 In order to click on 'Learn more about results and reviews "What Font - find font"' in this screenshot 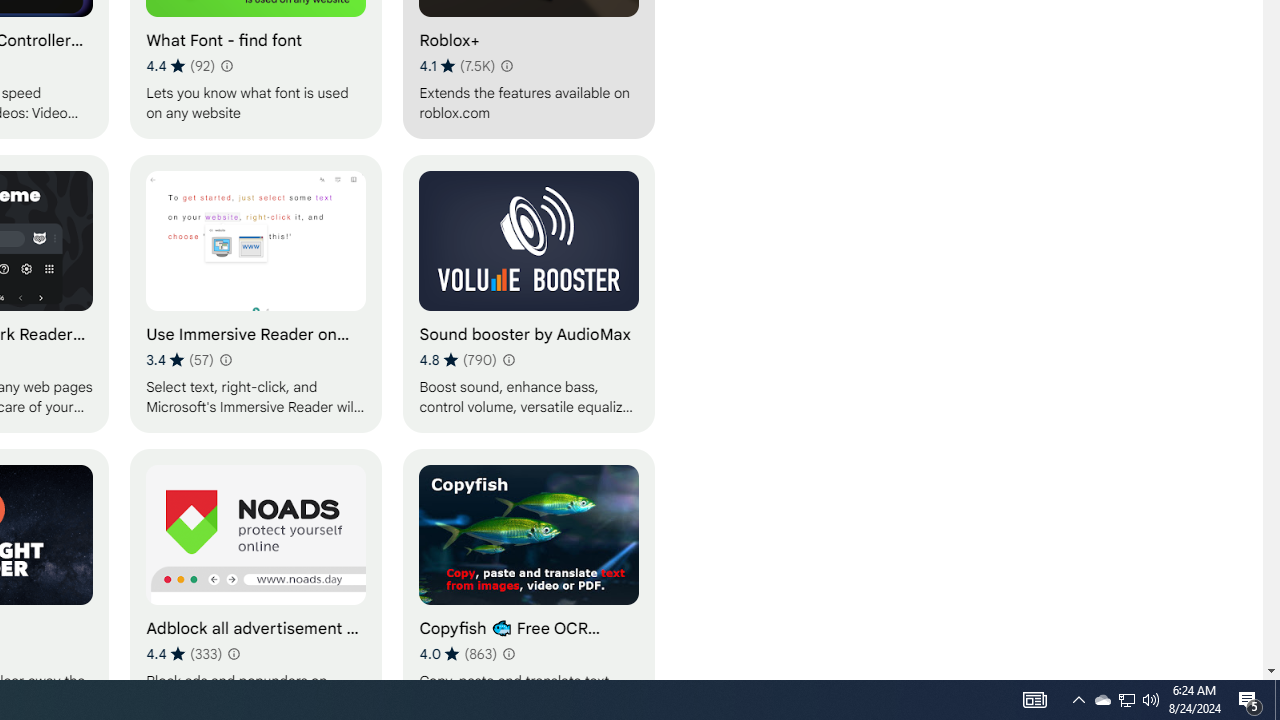, I will do `click(226, 64)`.